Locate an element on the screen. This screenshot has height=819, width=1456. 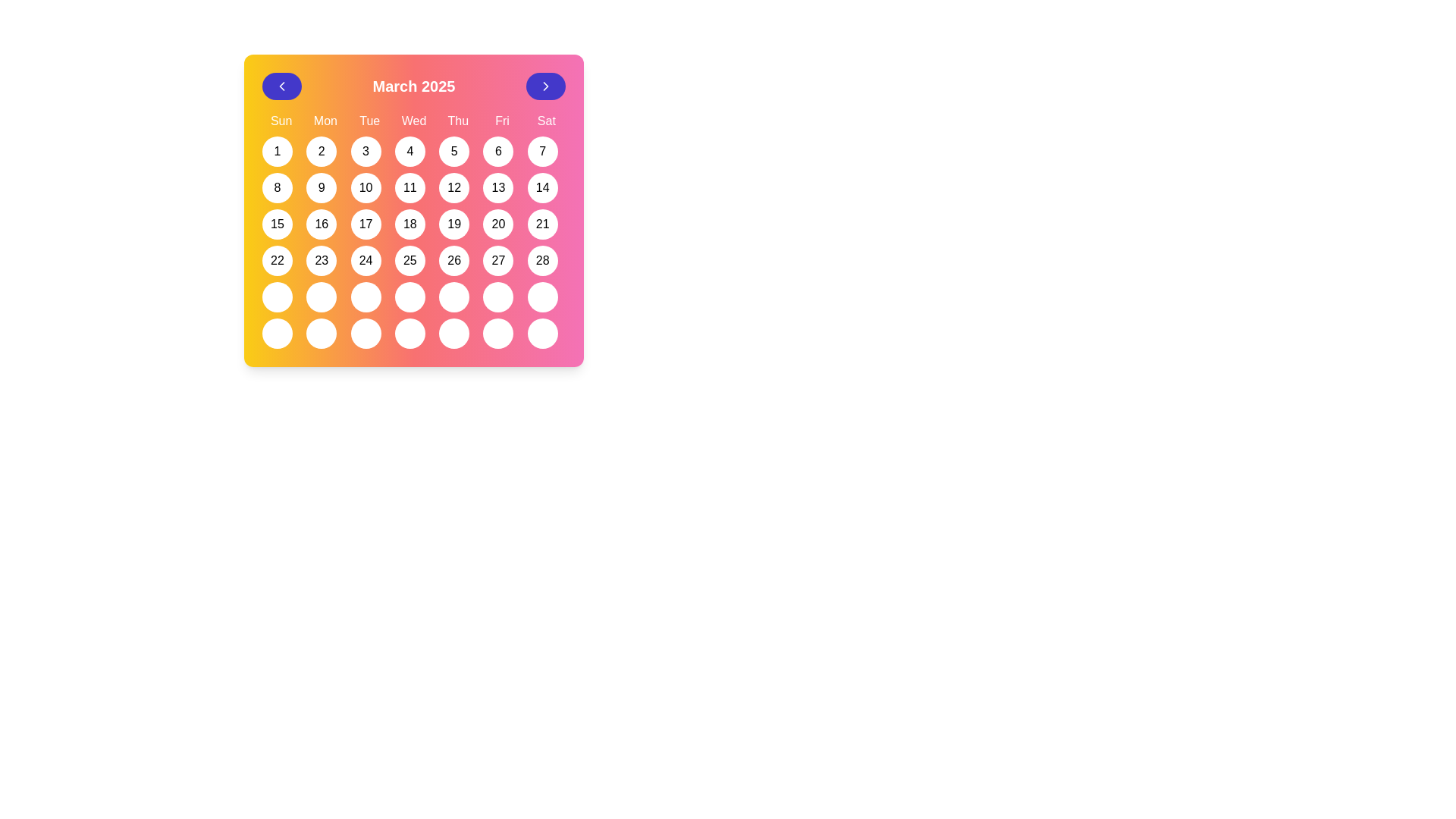
the blue button with rounded edges and a right-facing chevron icon located to the far right of the header section above the calendar grid is located at coordinates (546, 86).